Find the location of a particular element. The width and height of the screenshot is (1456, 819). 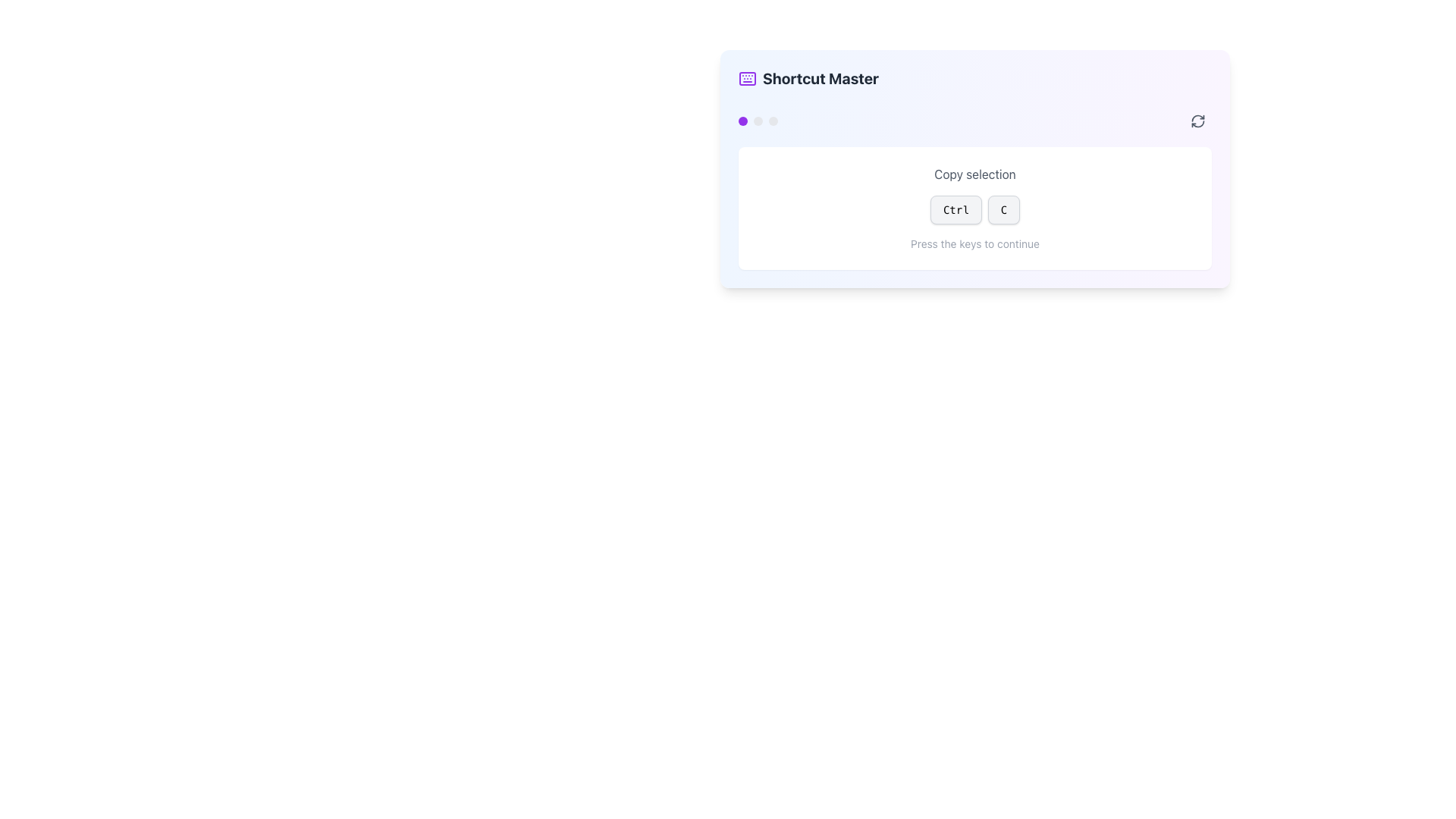

the purple progress dot in the Progress Indicator is located at coordinates (758, 120).